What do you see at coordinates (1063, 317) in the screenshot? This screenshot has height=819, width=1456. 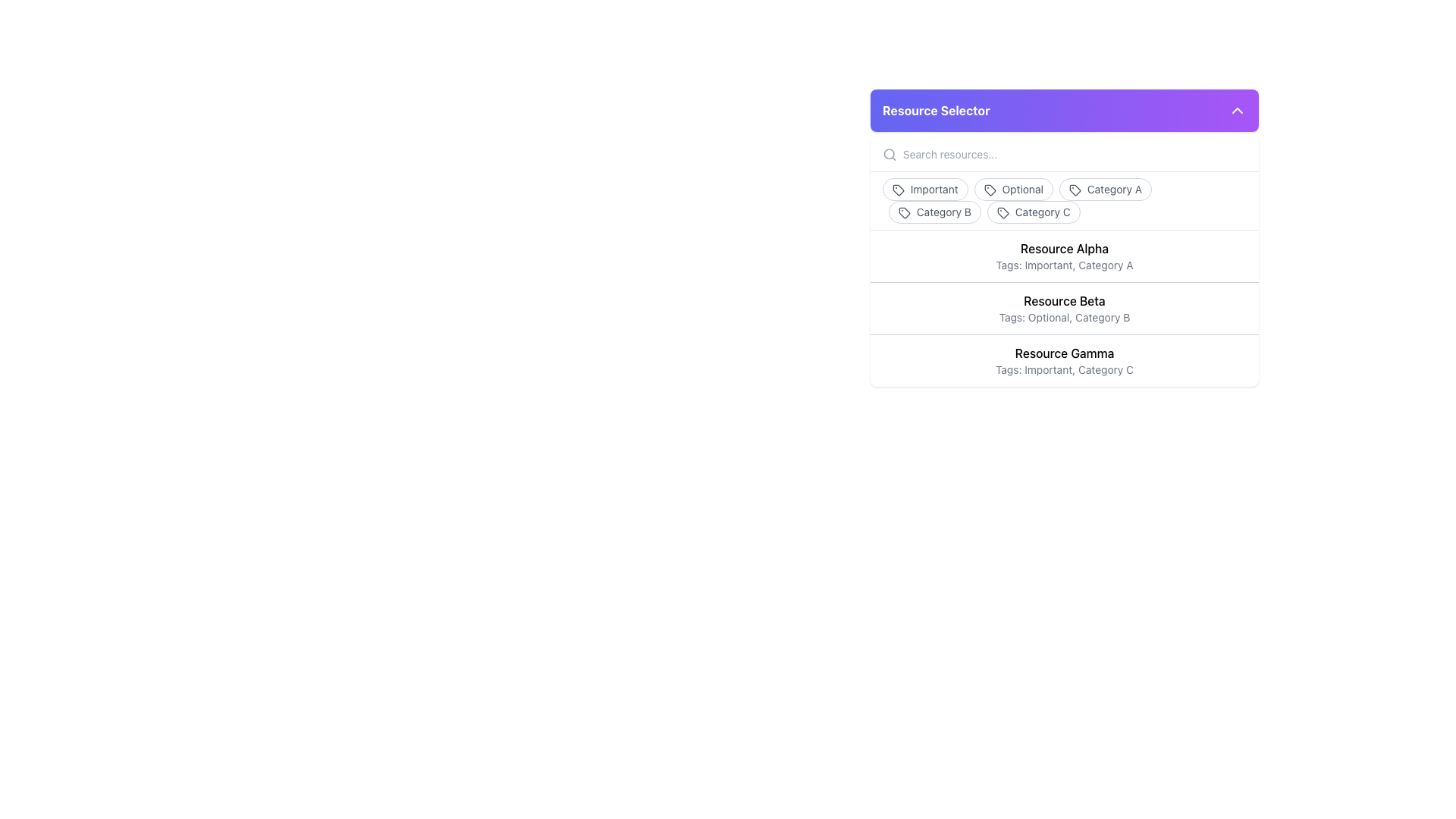 I see `the text label that displays additional metadata about 'Resource Beta', positioned centrally below the title text` at bounding box center [1063, 317].